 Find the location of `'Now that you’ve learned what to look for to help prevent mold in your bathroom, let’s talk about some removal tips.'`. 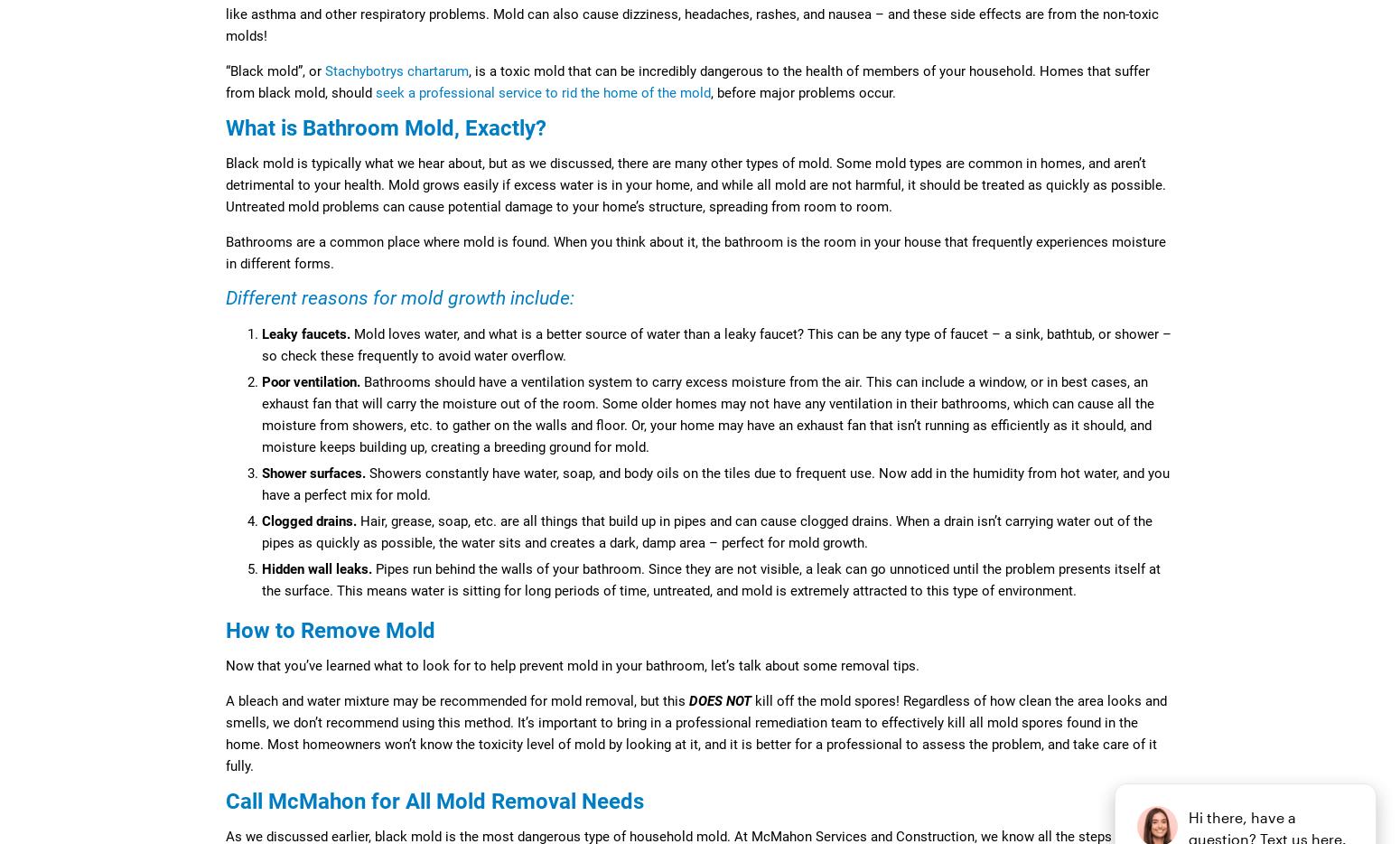

'Now that you’ve learned what to look for to help prevent mold in your bathroom, let’s talk about some removal tips.' is located at coordinates (226, 666).